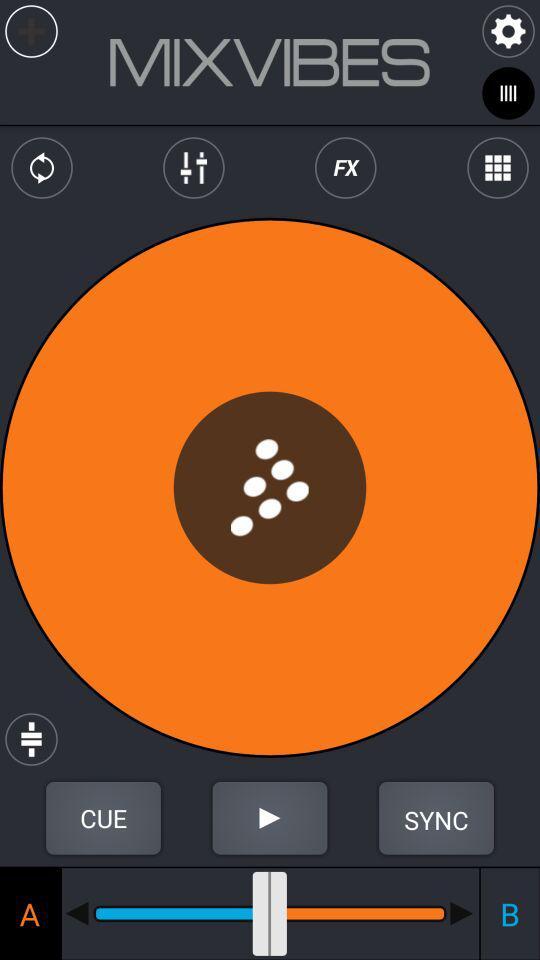  What do you see at coordinates (42, 167) in the screenshot?
I see `repeat` at bounding box center [42, 167].